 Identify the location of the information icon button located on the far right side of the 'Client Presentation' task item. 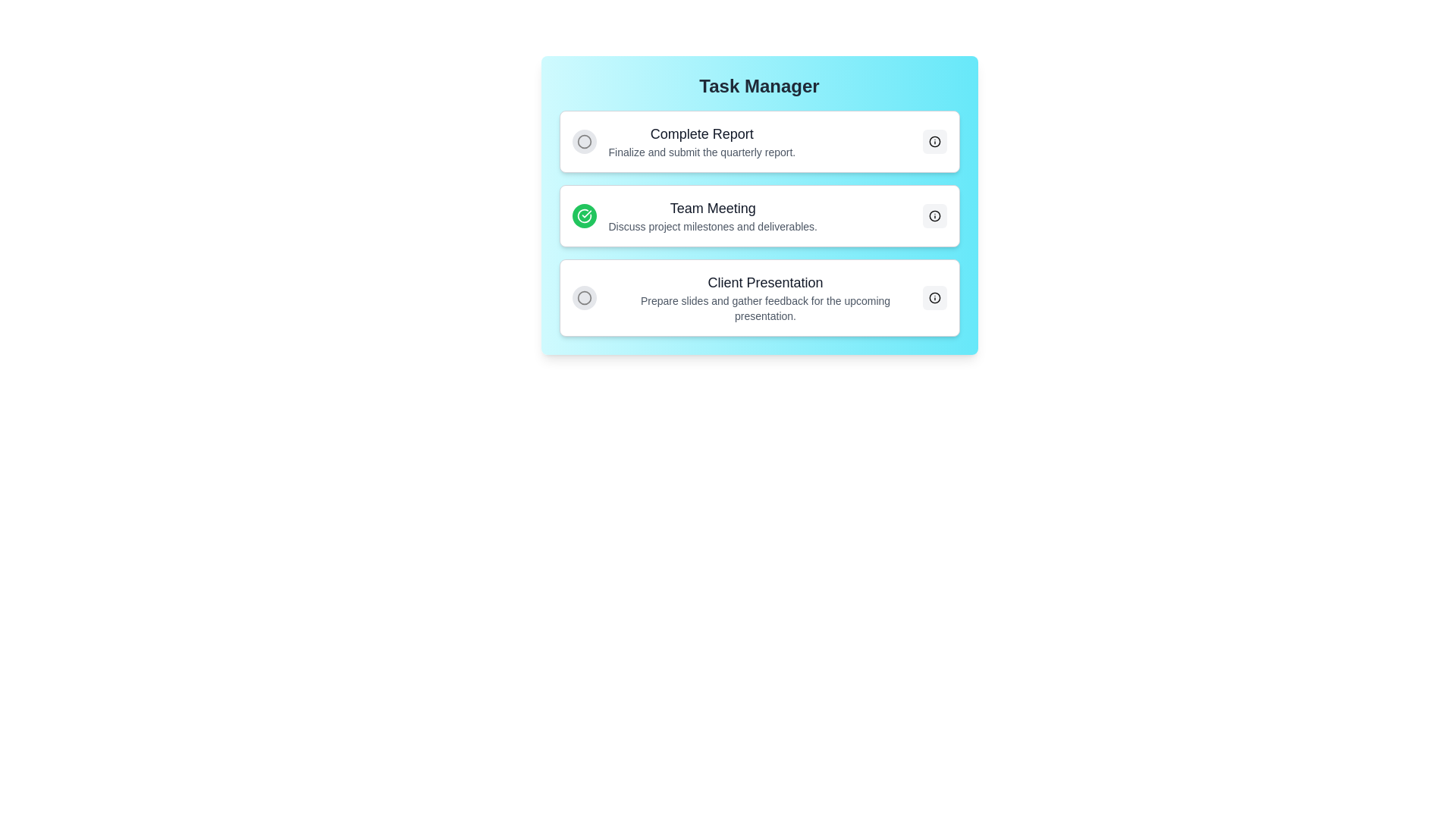
(934, 298).